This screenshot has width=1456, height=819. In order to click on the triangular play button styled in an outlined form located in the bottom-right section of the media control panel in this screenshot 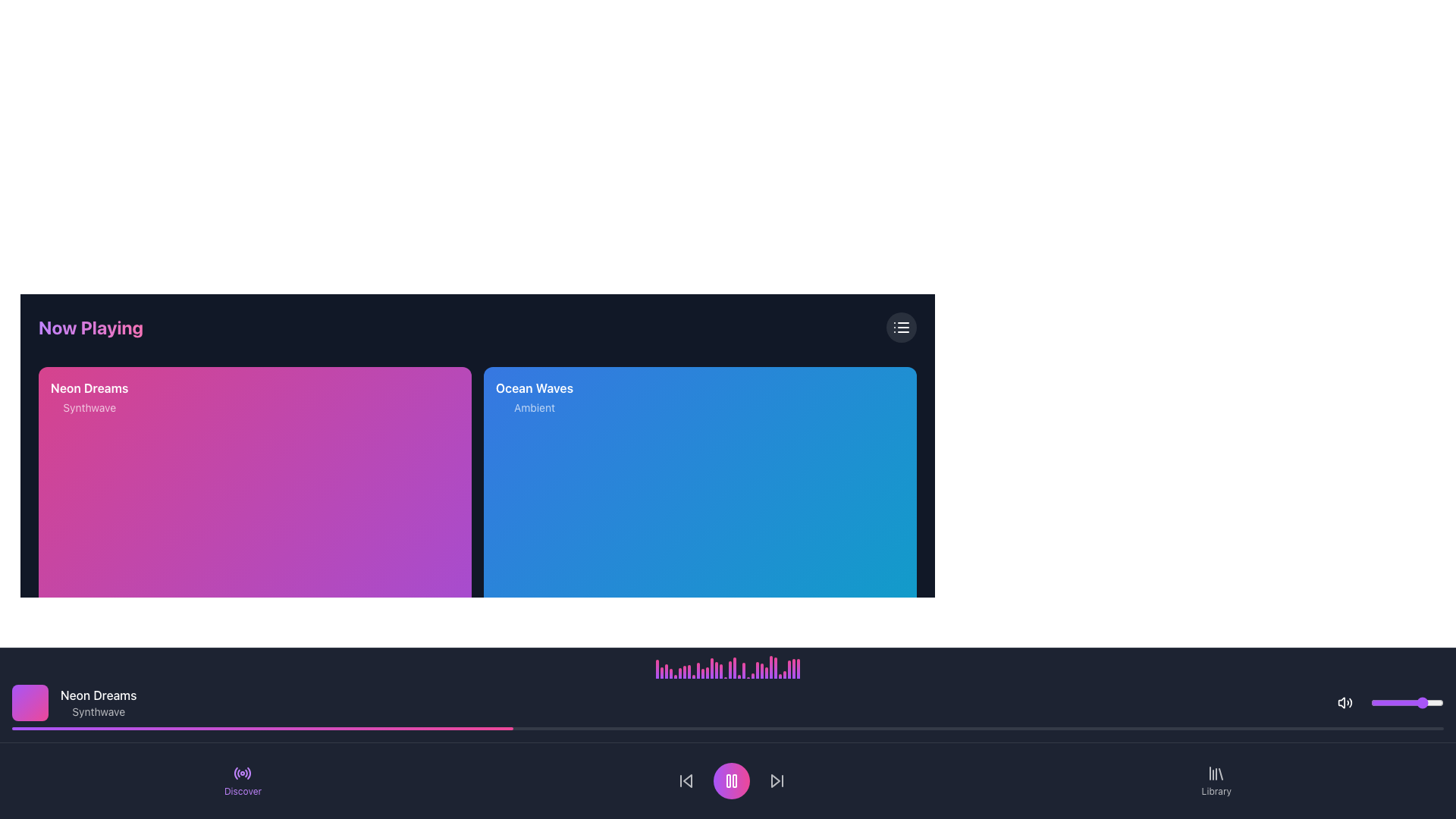, I will do `click(888, 771)`.